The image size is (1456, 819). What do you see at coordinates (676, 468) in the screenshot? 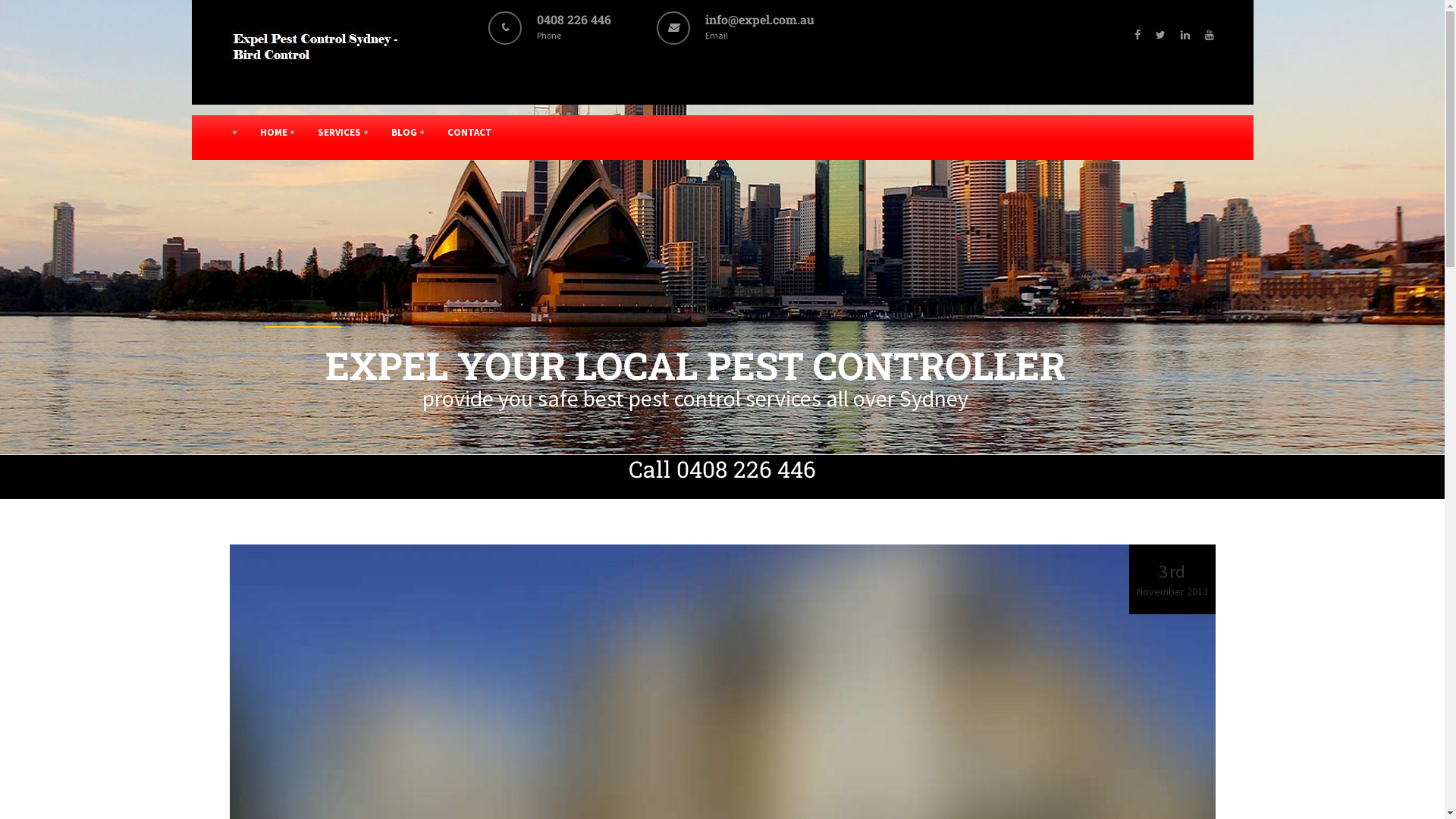
I see `'0408 226 446'` at bounding box center [676, 468].